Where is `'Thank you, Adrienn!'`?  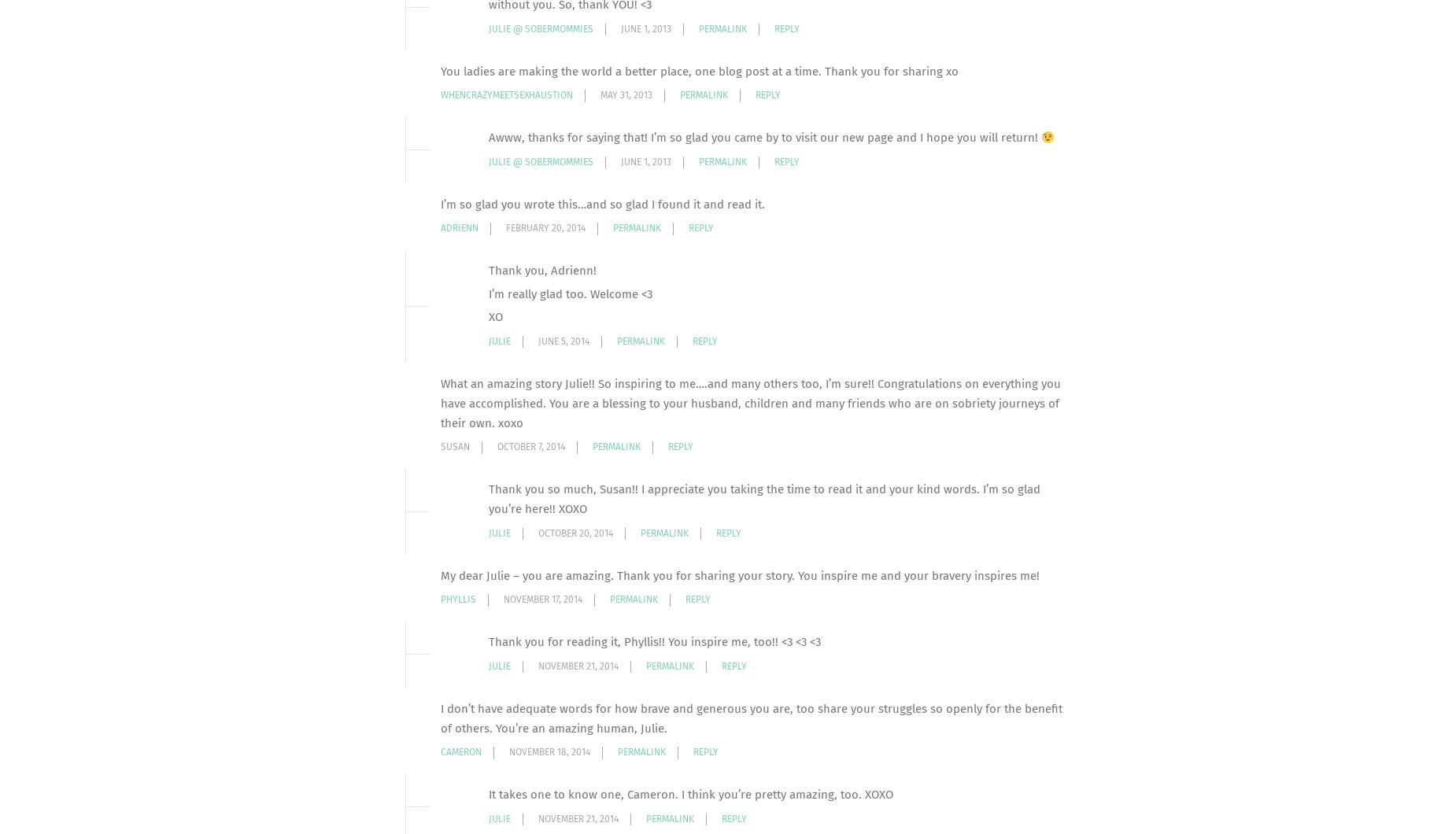
'Thank you, Adrienn!' is located at coordinates (542, 270).